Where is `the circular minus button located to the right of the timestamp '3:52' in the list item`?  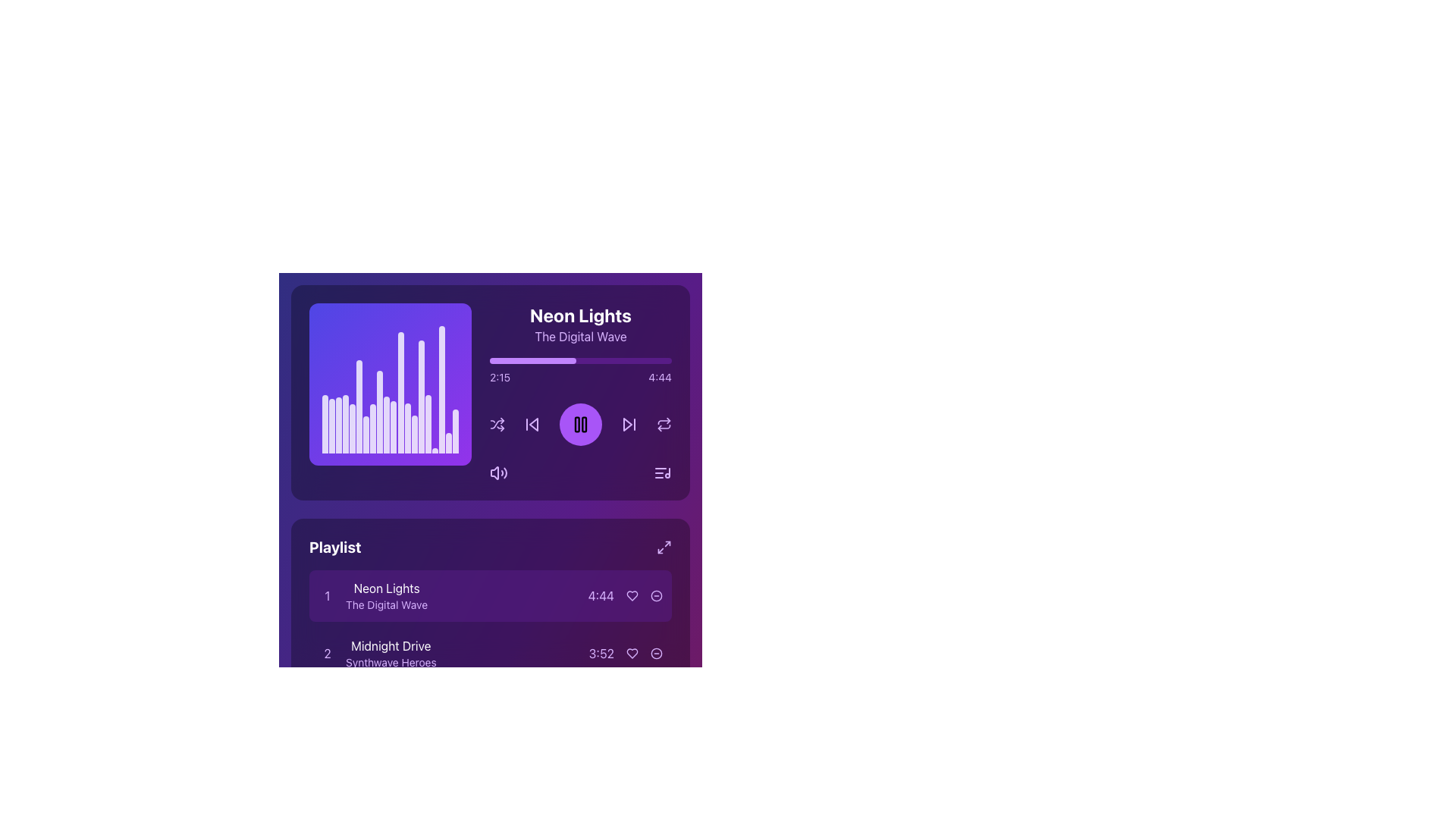 the circular minus button located to the right of the timestamp '3:52' in the list item is located at coordinates (656, 652).